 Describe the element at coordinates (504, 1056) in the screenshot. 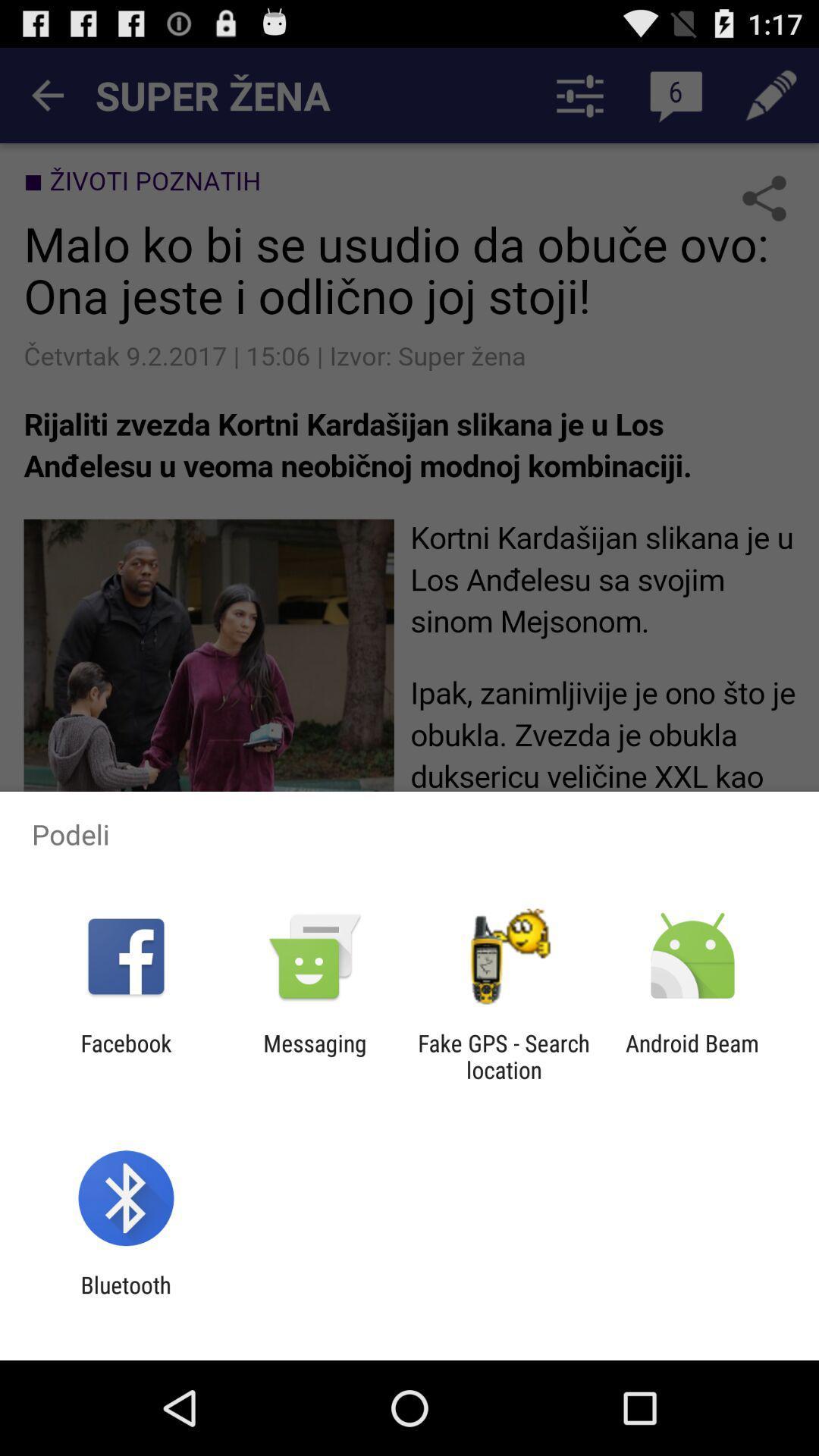

I see `fake gps search app` at that location.